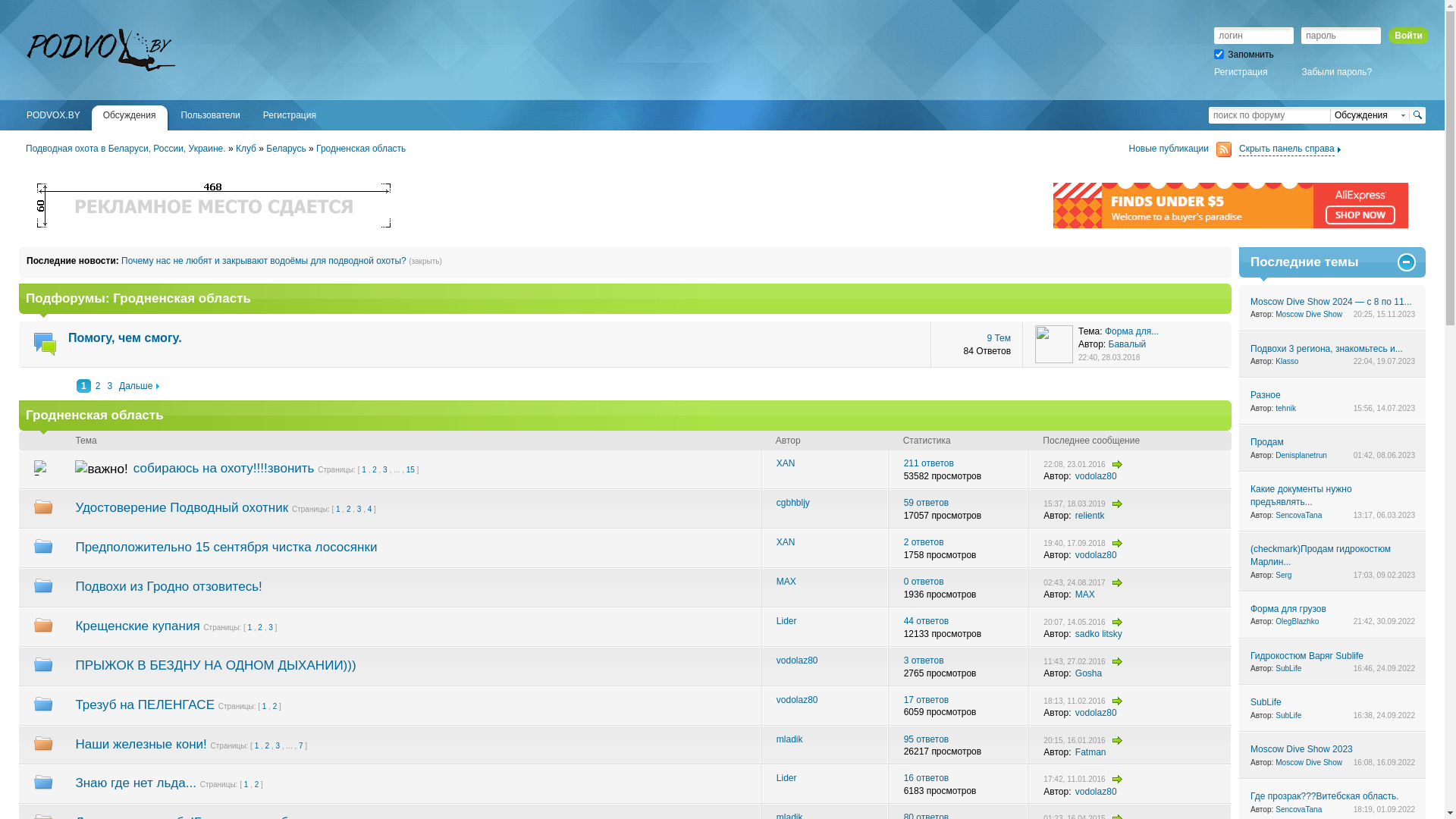 This screenshot has width=1456, height=819. What do you see at coordinates (1099, 634) in the screenshot?
I see `'sadko litsky'` at bounding box center [1099, 634].